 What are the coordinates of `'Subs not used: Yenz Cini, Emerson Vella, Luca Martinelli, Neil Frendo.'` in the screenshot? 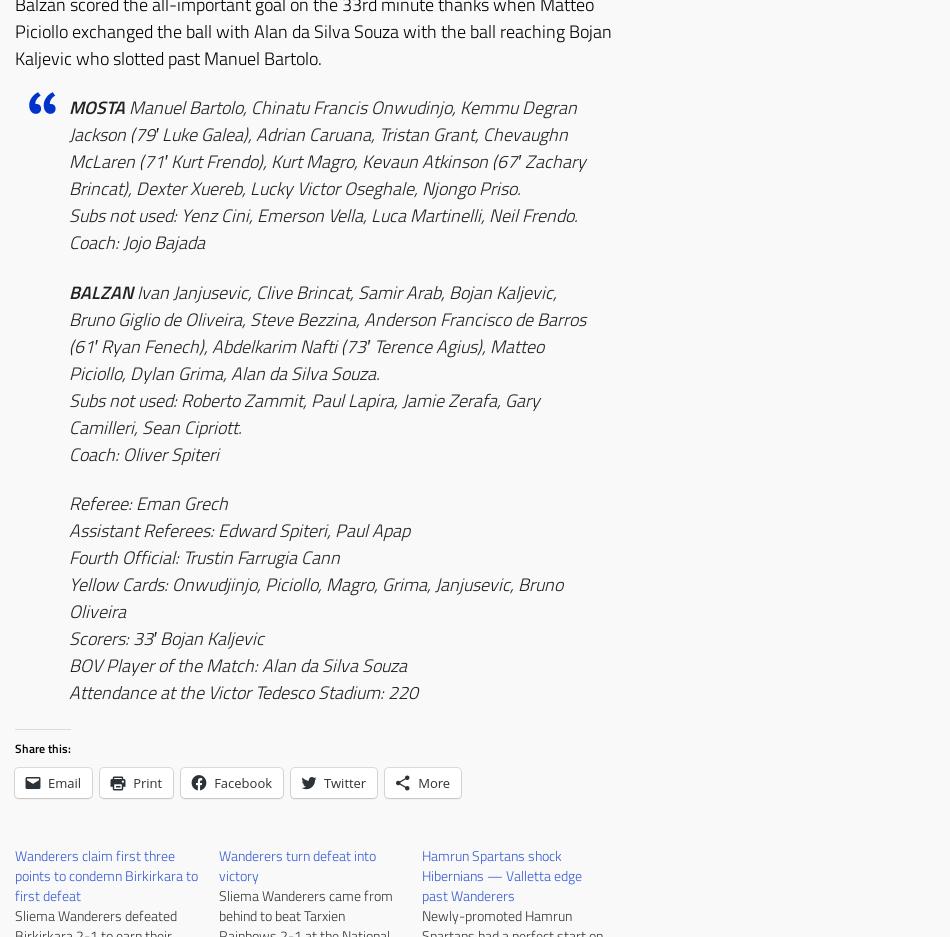 It's located at (322, 215).